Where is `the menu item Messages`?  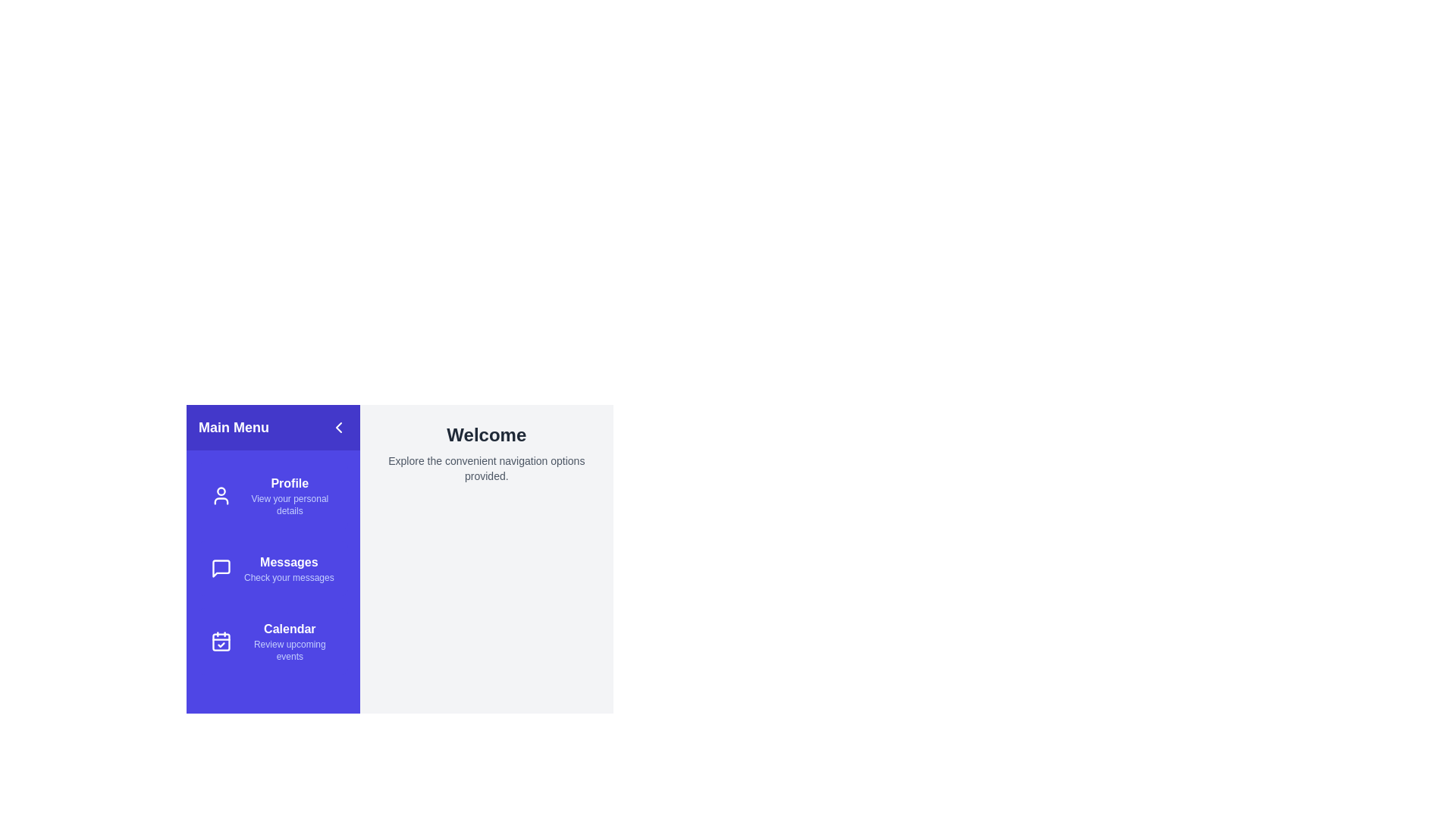 the menu item Messages is located at coordinates (273, 568).